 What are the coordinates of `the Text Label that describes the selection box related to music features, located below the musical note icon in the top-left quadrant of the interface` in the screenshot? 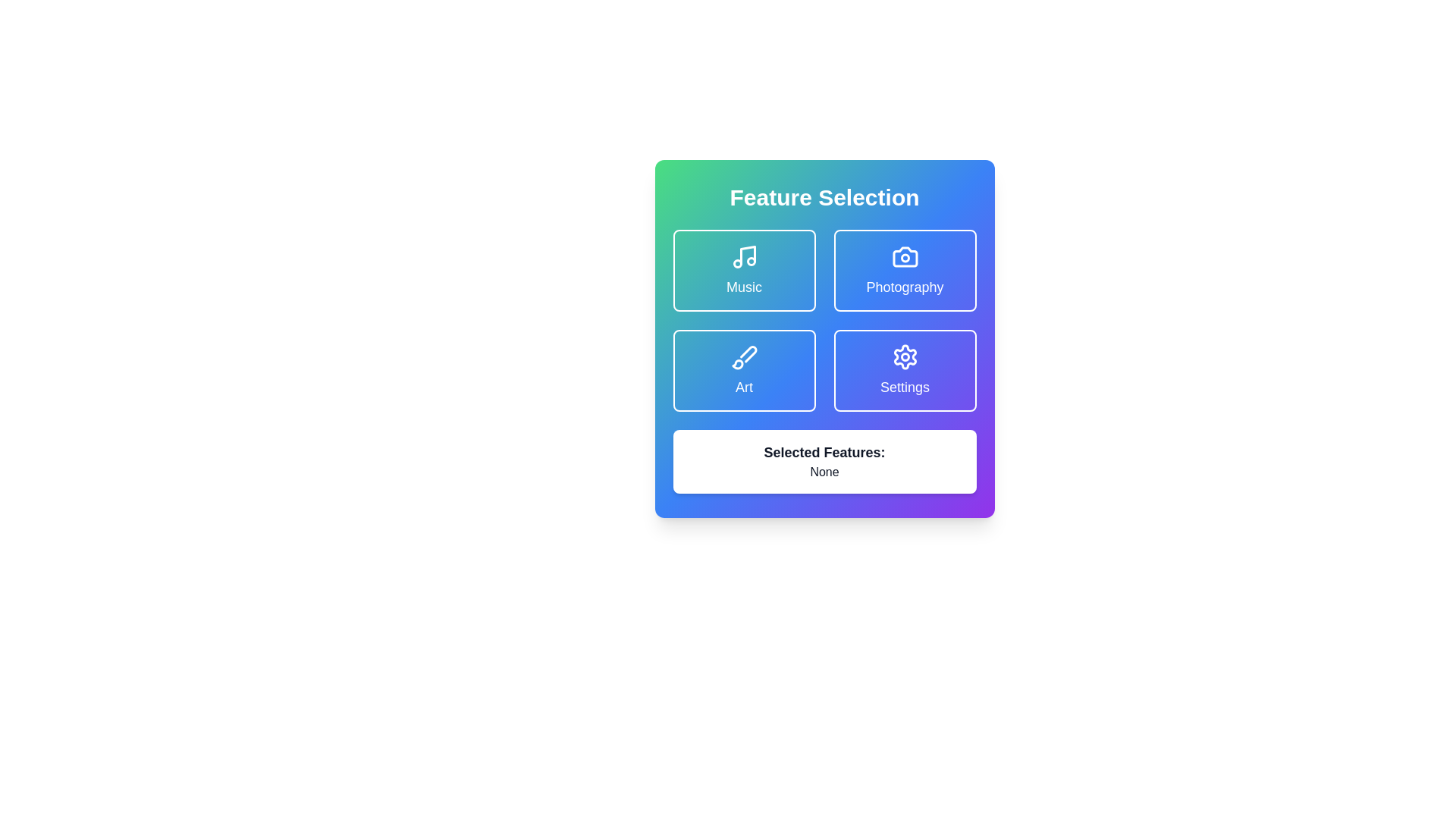 It's located at (744, 287).